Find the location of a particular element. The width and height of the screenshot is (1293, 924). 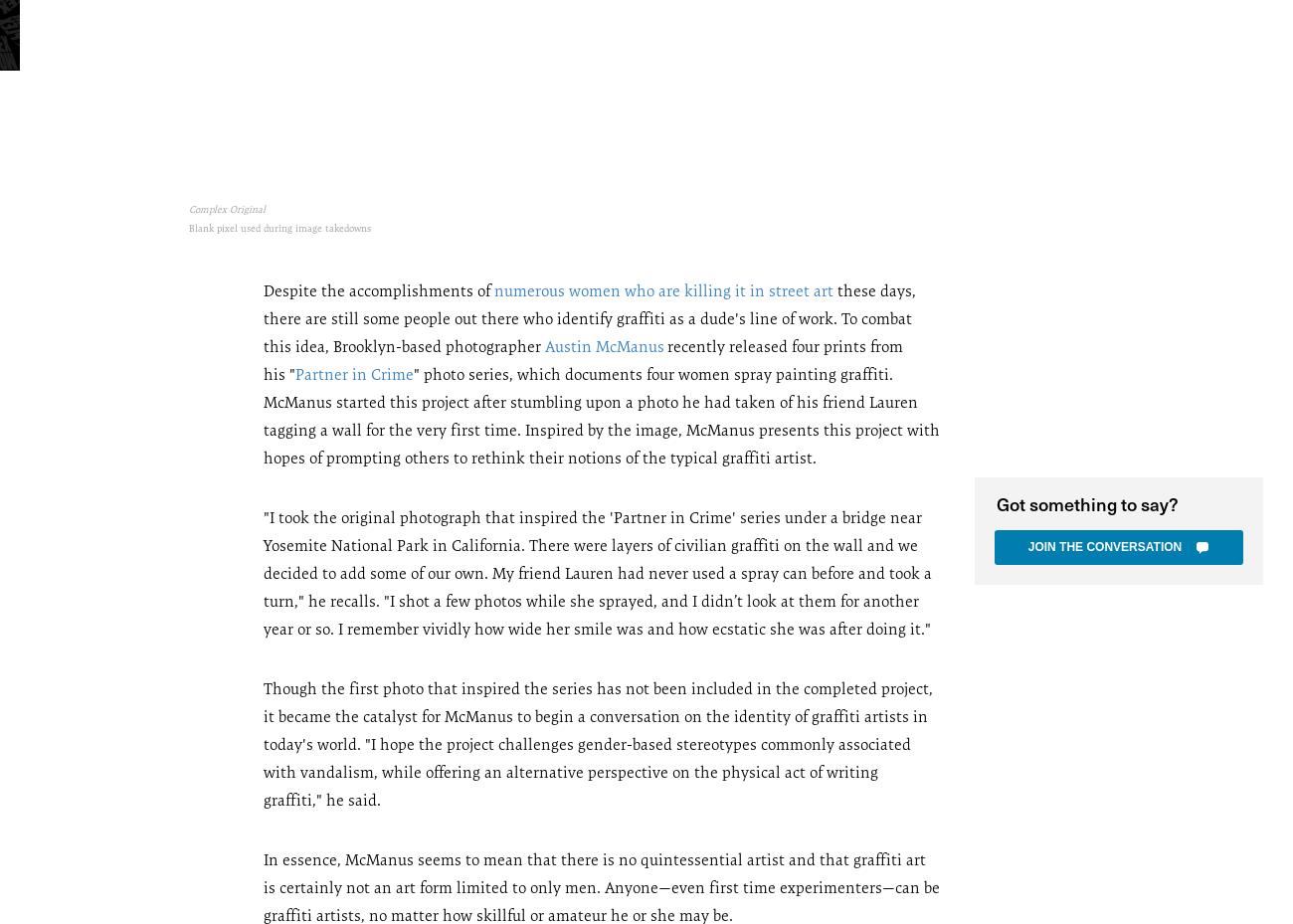

'Got something to say?' is located at coordinates (1086, 502).